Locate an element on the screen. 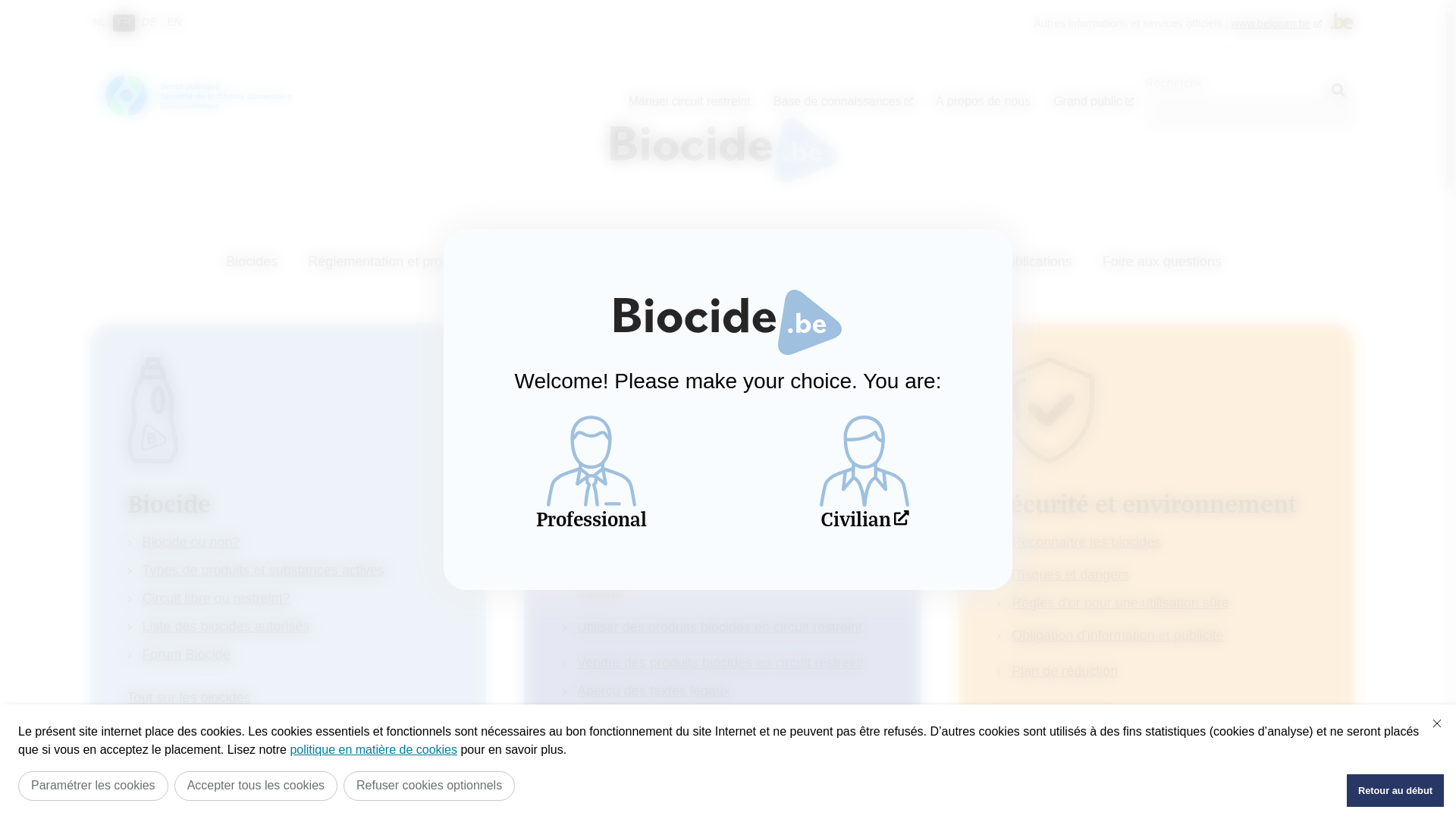  'Accepter tous les cookies' is located at coordinates (256, 785).